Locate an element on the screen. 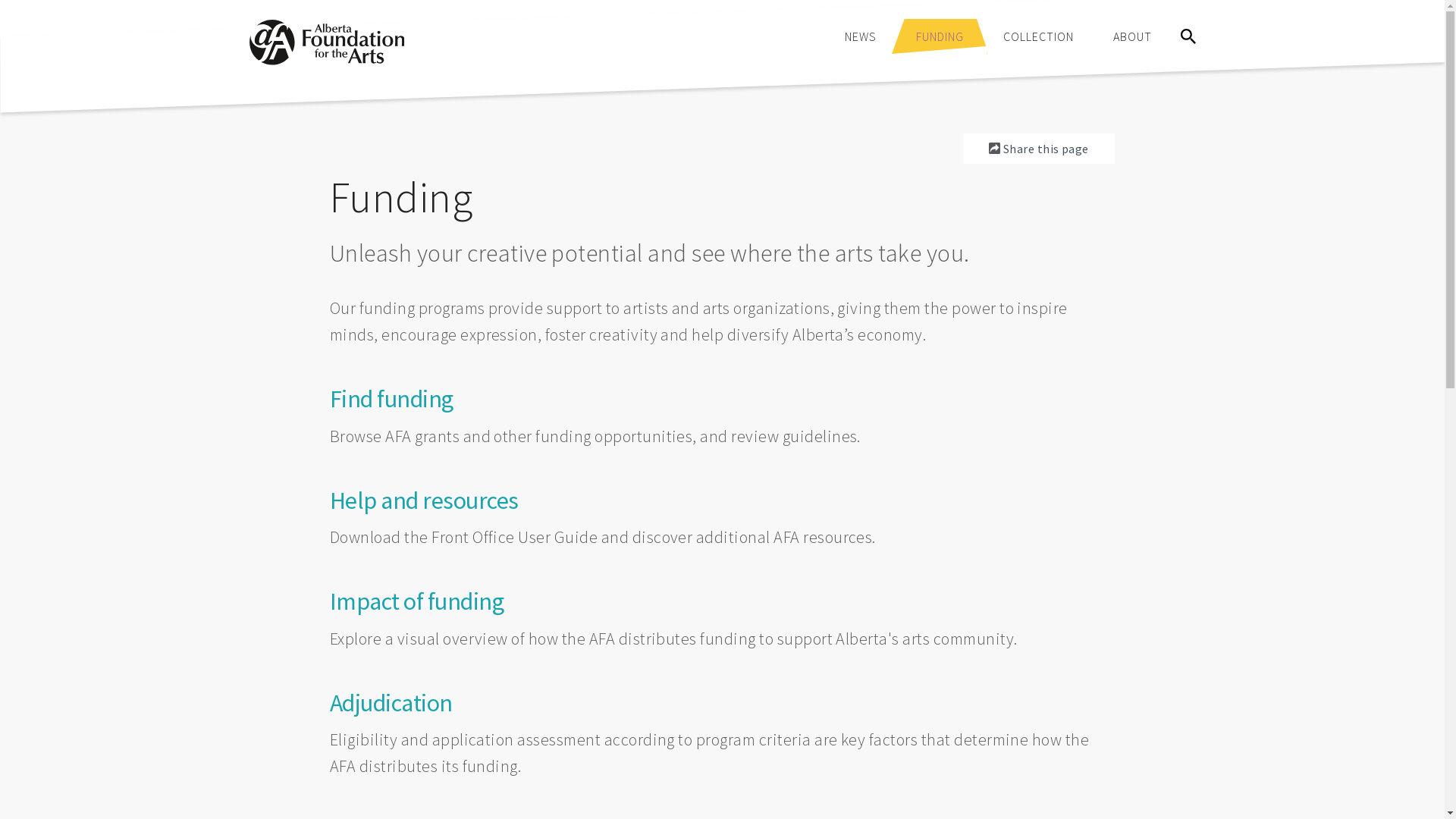  'Help and resources' is located at coordinates (424, 500).